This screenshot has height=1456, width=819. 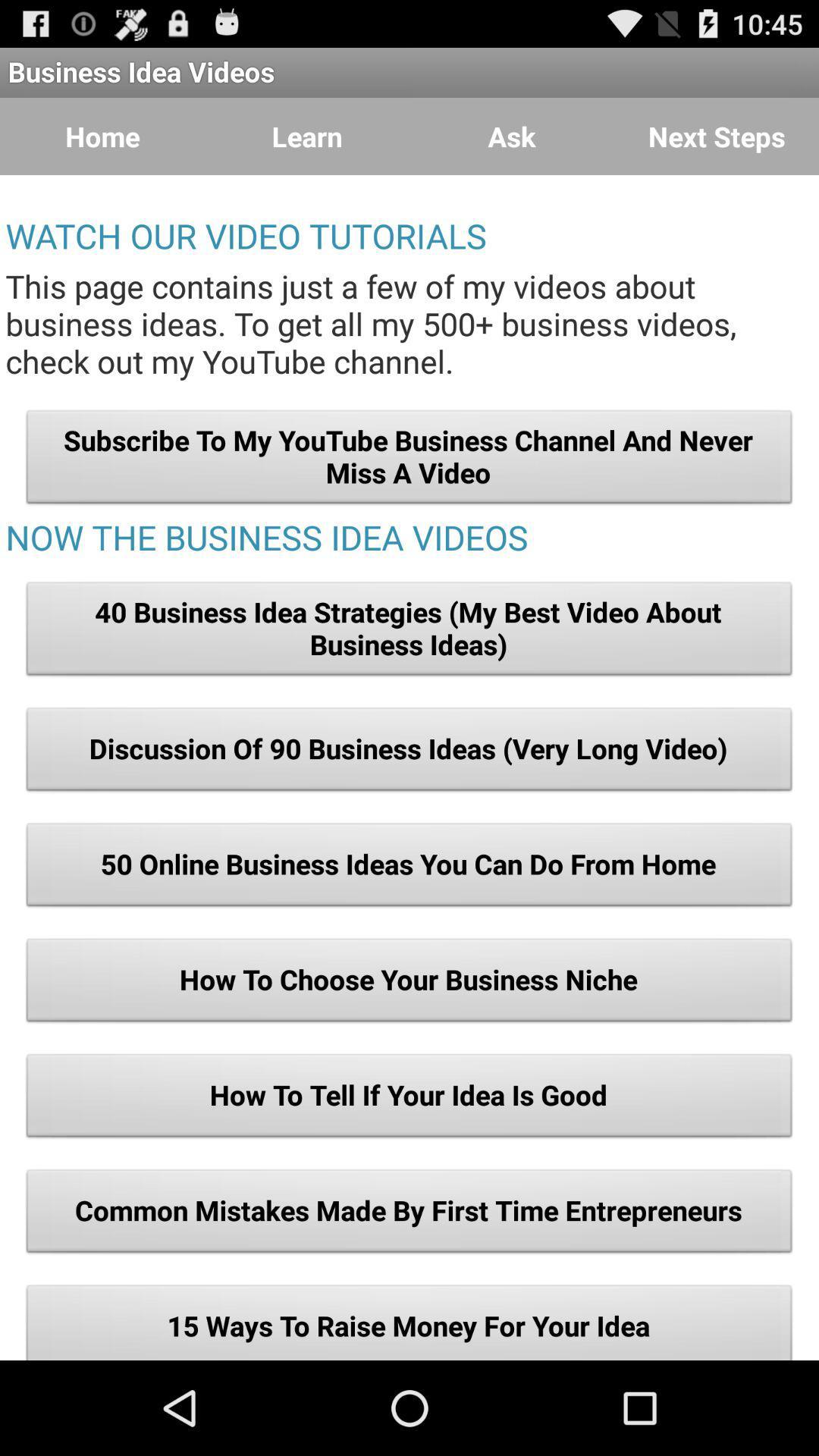 I want to click on the icon below how to tell item, so click(x=409, y=1215).